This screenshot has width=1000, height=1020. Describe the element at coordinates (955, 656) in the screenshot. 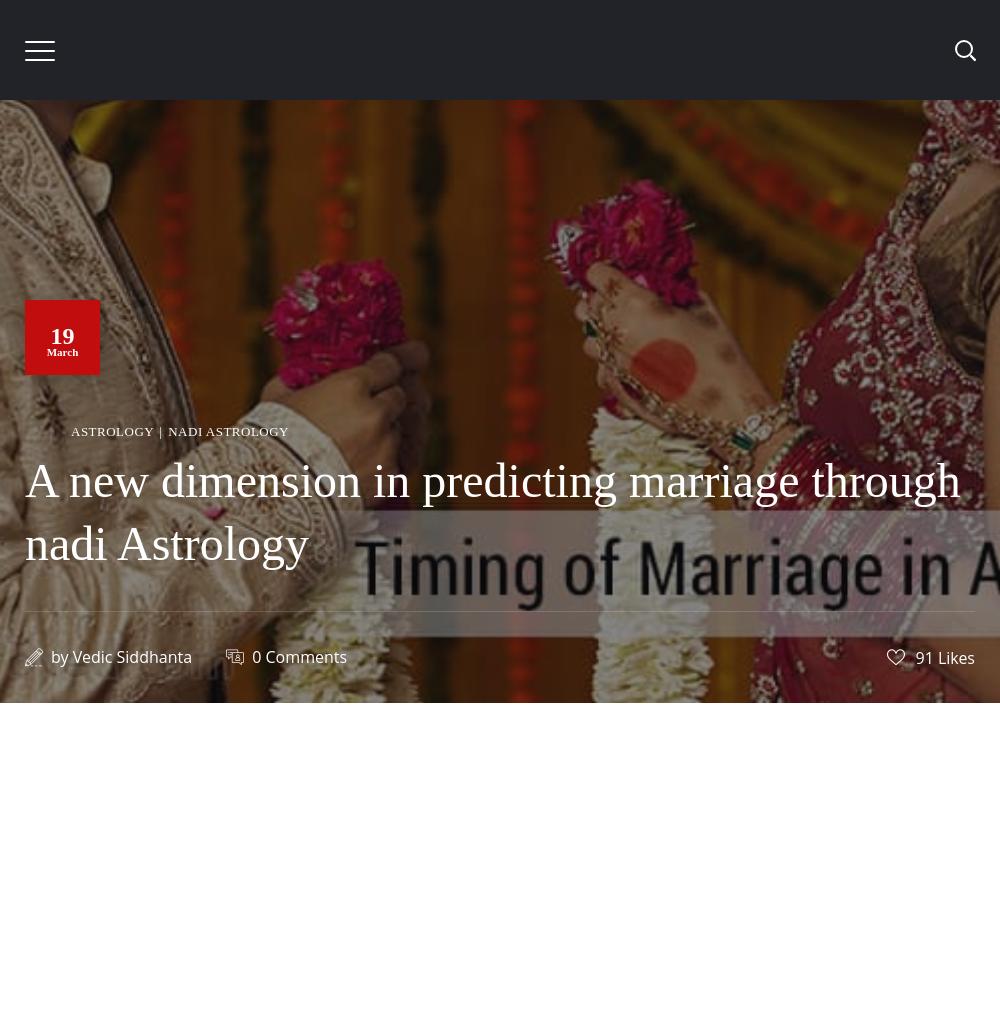

I see `'Likes'` at that location.